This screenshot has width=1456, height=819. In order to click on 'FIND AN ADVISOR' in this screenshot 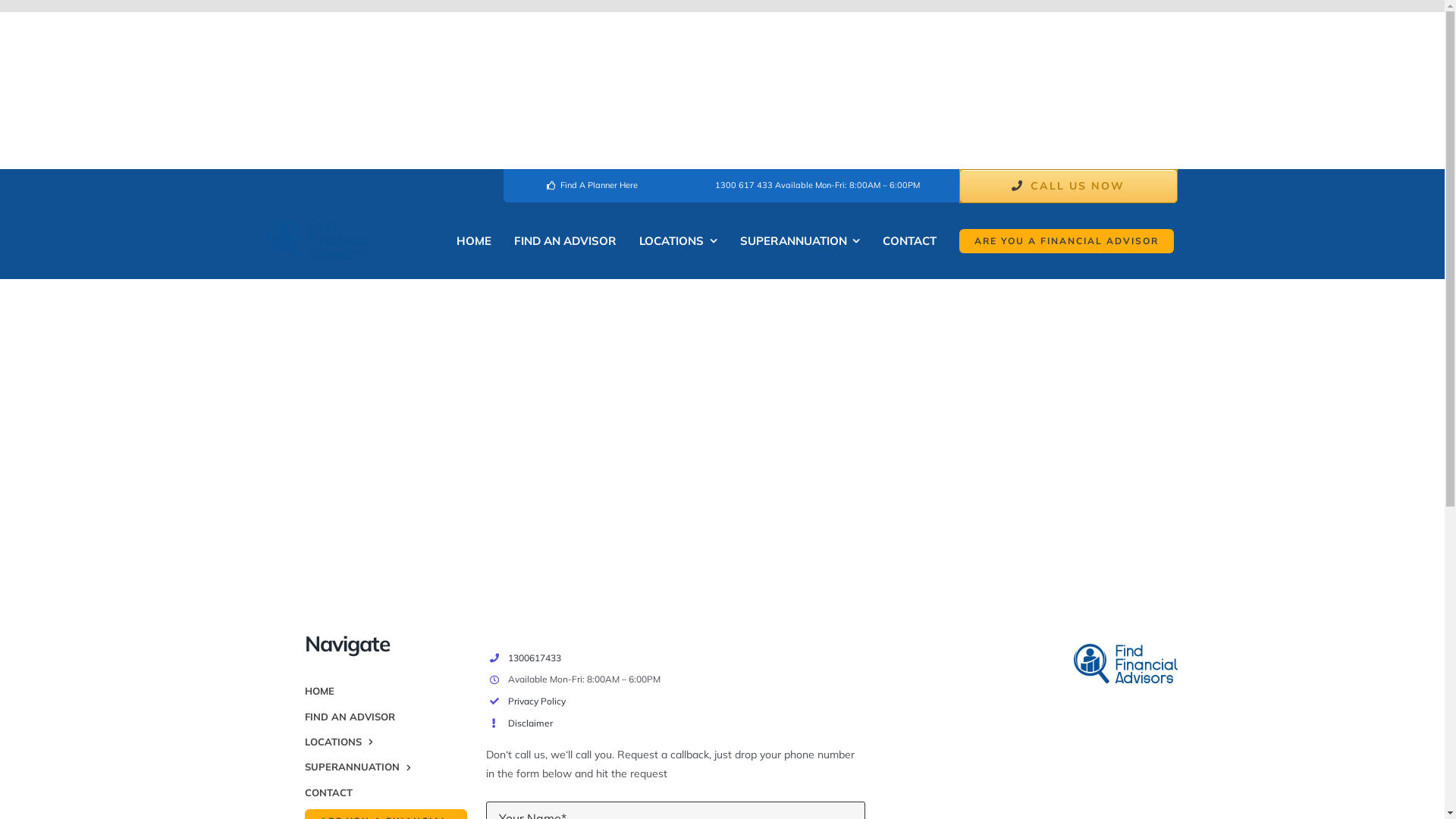, I will do `click(564, 240)`.